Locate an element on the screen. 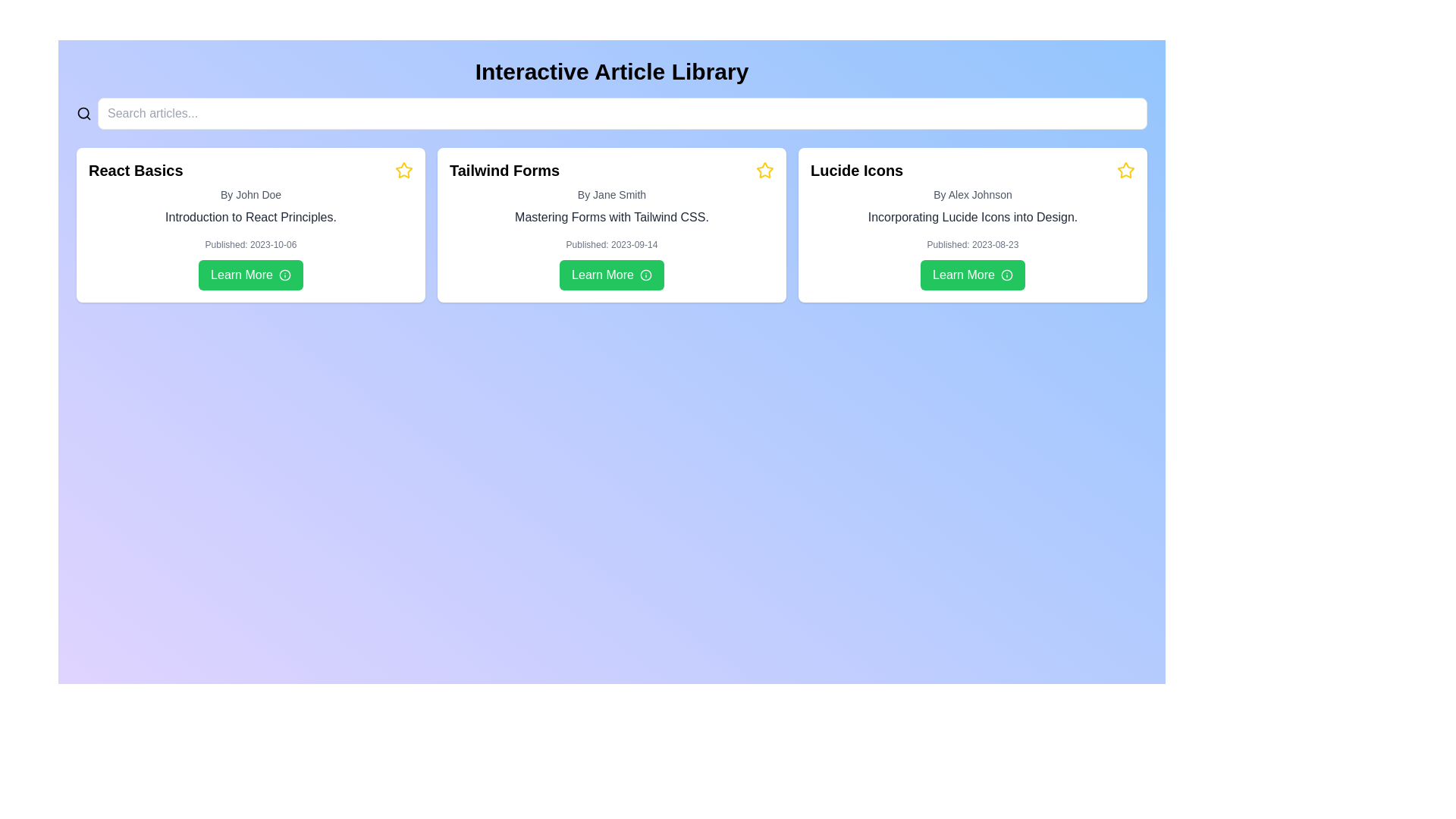 This screenshot has width=1456, height=819. the star icon located at the top-right corner of the 'React Basics' article card to favorite the item is located at coordinates (403, 170).